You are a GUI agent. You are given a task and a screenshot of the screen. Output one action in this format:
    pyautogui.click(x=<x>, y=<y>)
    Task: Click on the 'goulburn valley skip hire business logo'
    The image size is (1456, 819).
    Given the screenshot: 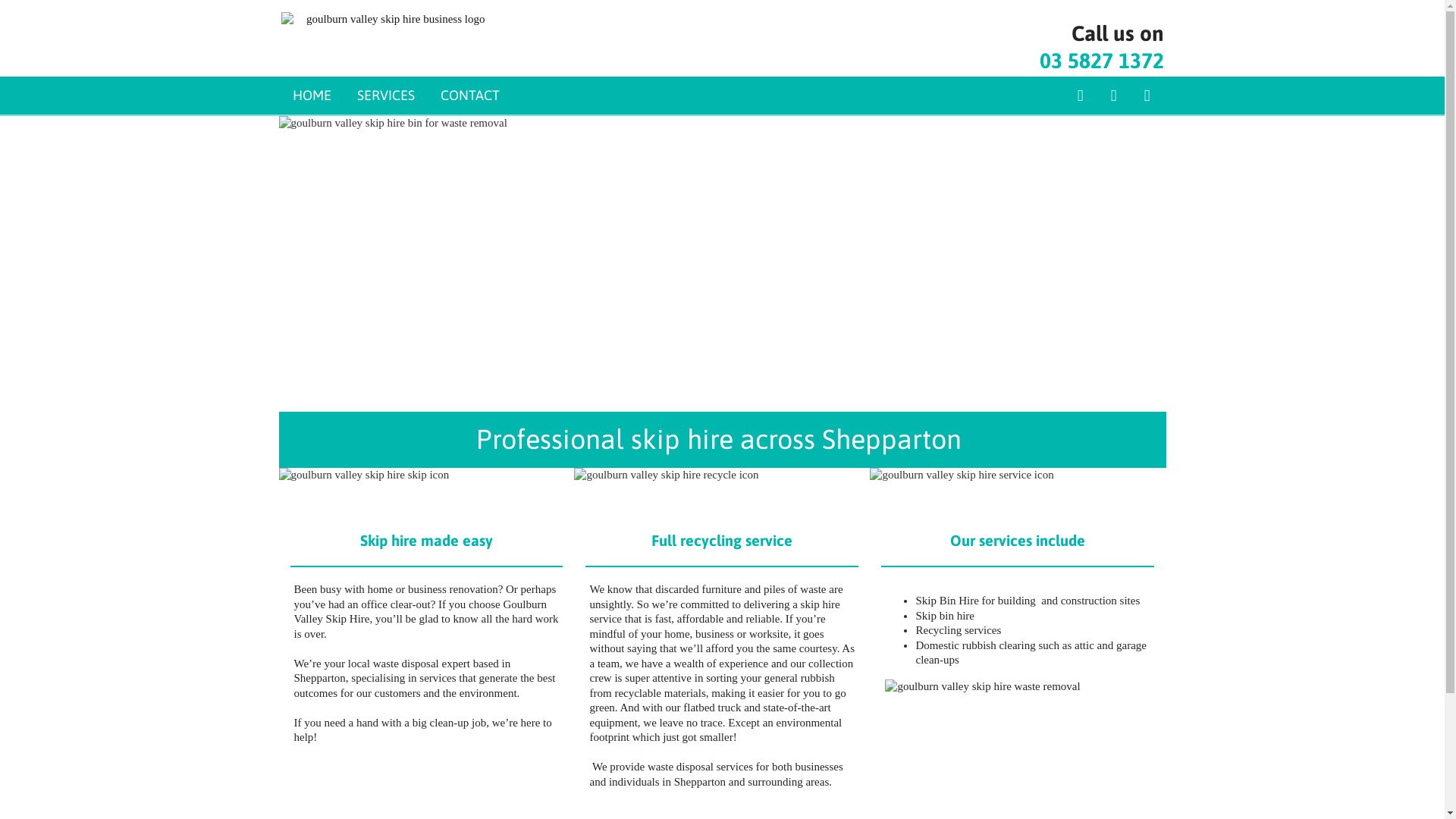 What is the action you would take?
    pyautogui.click(x=389, y=20)
    